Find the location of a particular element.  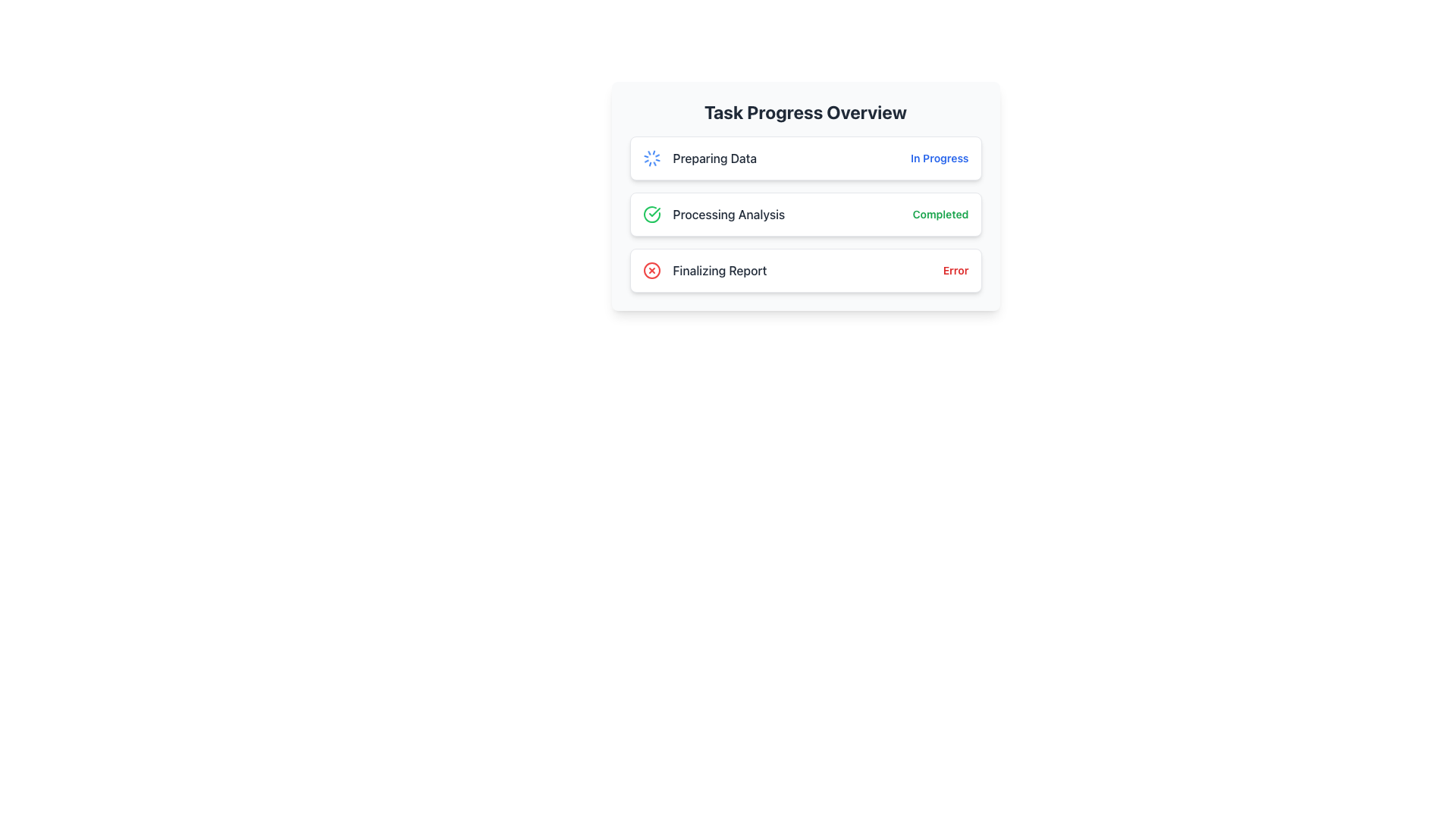

the Static Text Header labeled 'Task Progress Overview', which is styled with bold, large font and dark gray color, located at the top of a card layout is located at coordinates (805, 111).